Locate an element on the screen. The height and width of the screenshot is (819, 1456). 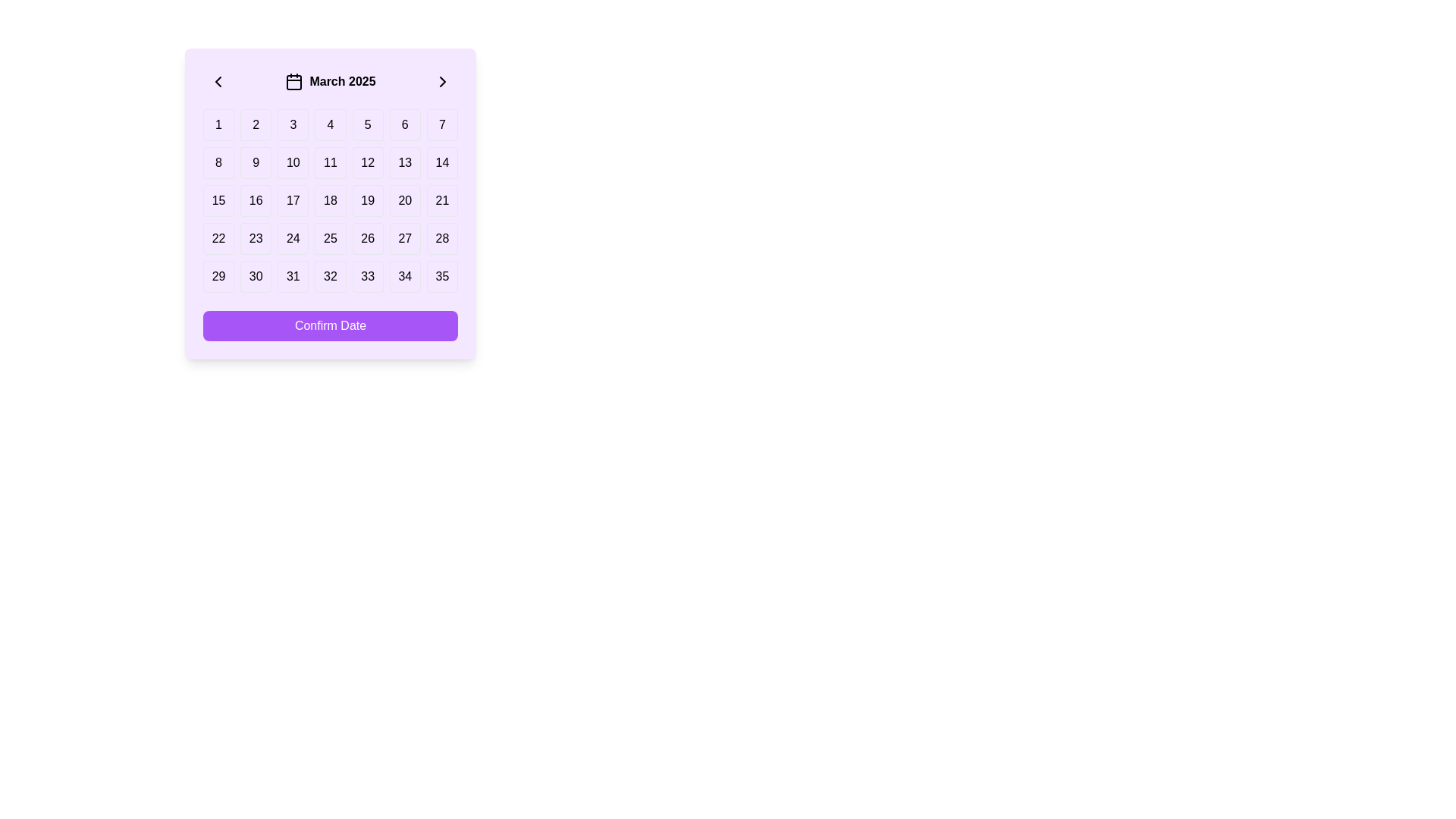
the selectable date cell representing the 3rd of March 2025 in the calendar interface is located at coordinates (293, 124).